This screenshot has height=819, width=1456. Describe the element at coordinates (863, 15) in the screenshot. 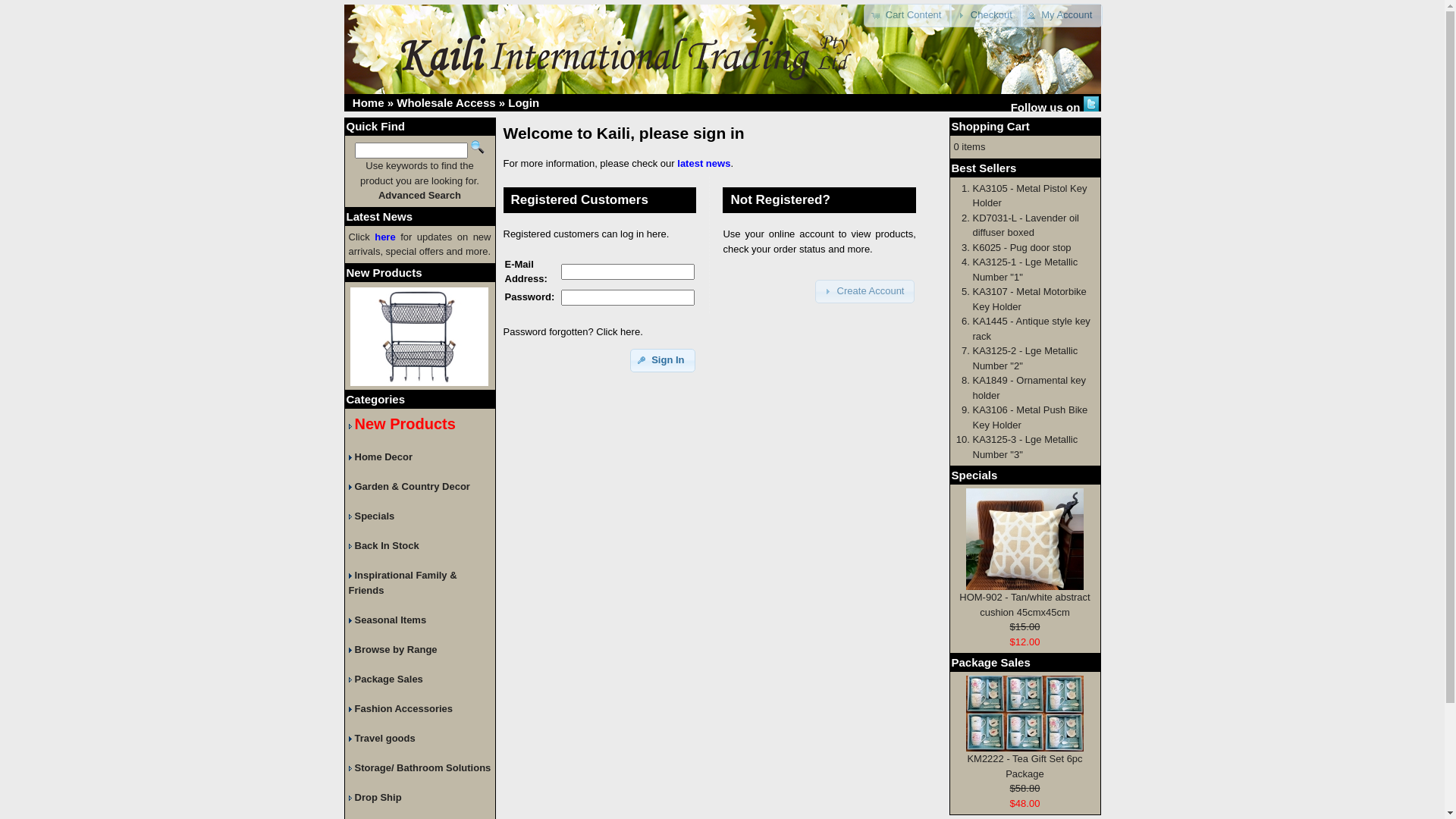

I see `'Cart Content'` at that location.